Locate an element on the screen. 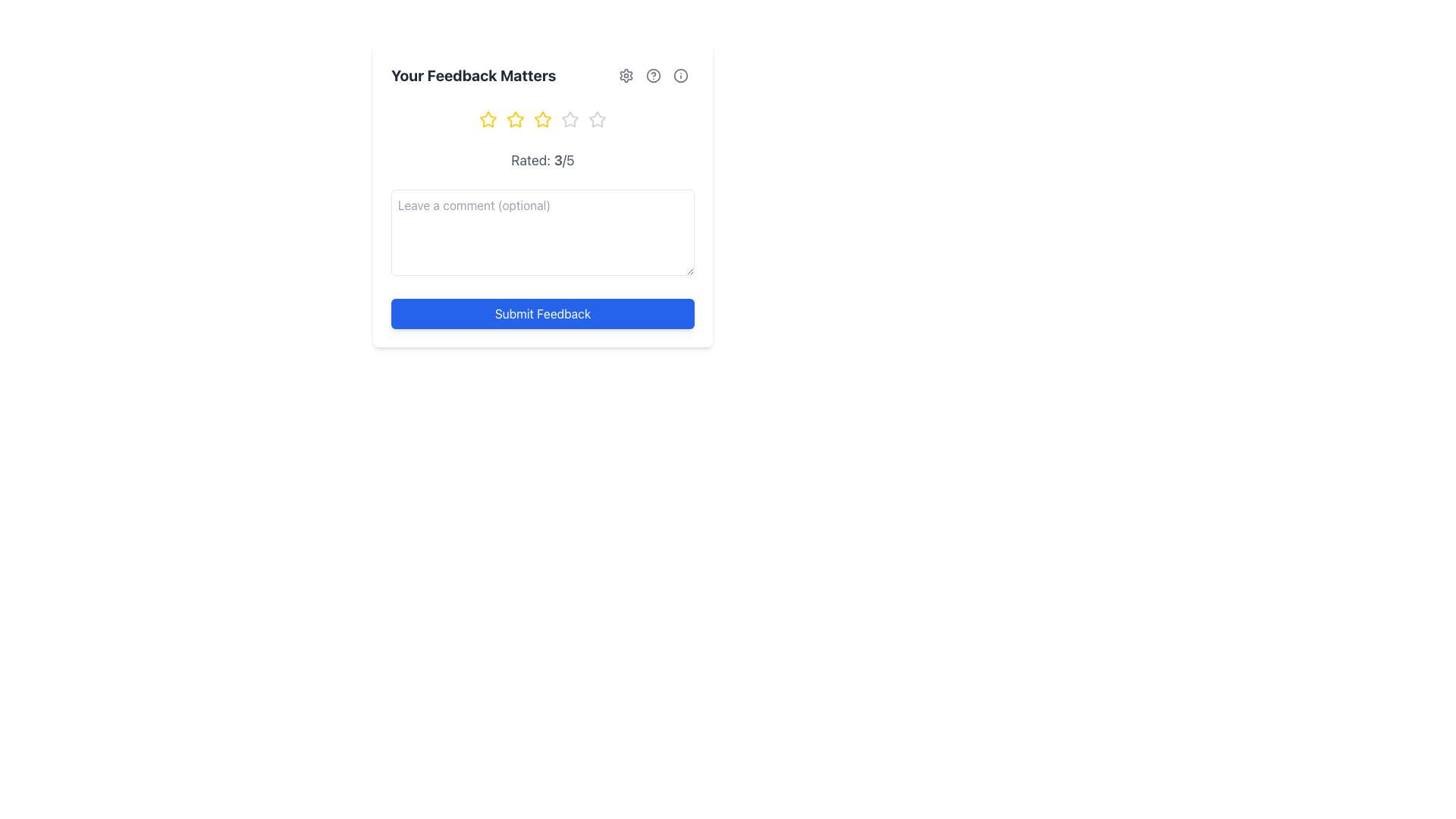 The width and height of the screenshot is (1456, 819). the question mark icon button located in the top-right corner of the feedback interface is located at coordinates (654, 76).